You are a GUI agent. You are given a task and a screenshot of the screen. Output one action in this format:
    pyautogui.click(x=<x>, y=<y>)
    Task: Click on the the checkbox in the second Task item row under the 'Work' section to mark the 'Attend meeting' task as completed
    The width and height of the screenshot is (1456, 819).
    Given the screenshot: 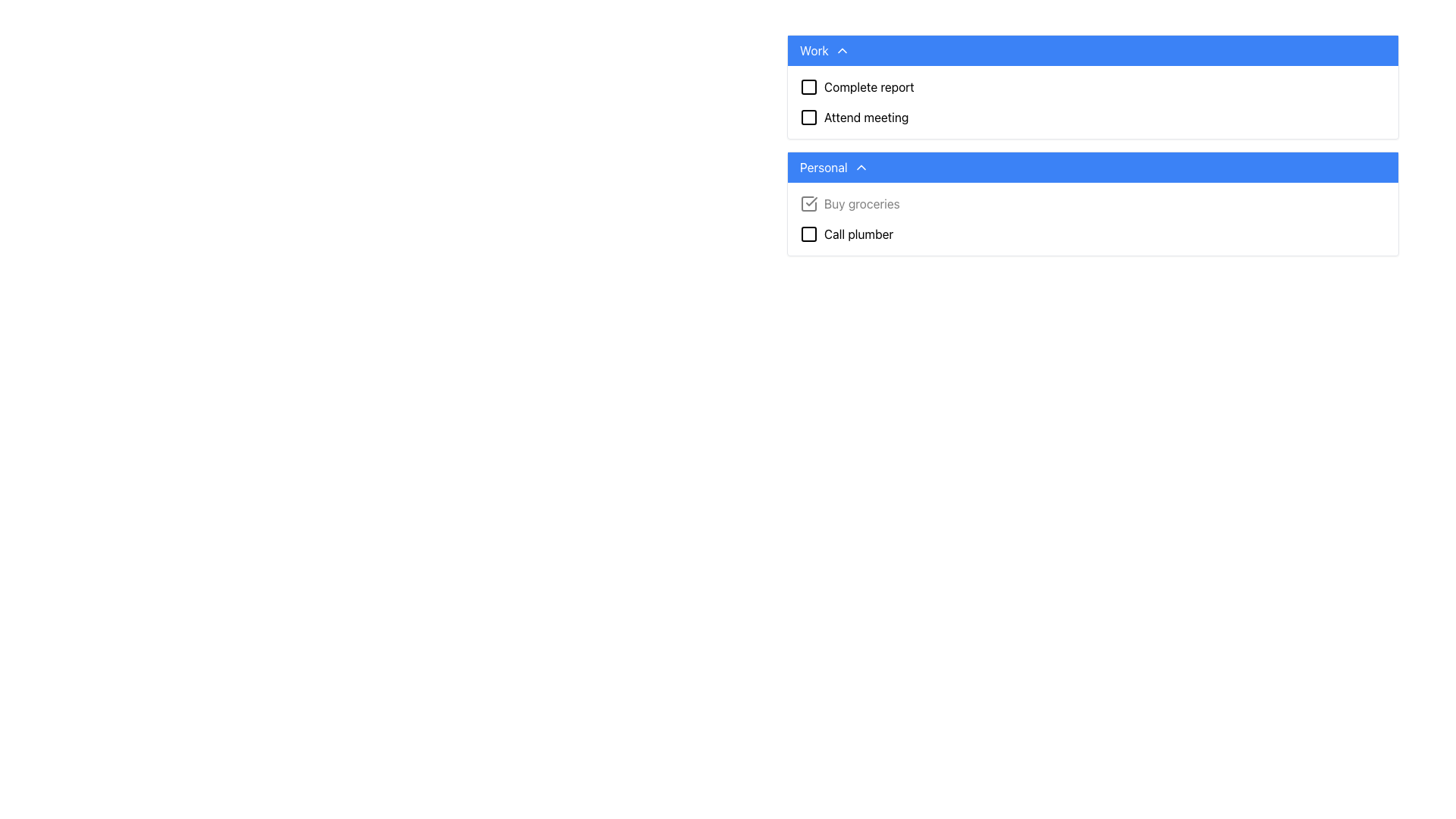 What is the action you would take?
    pyautogui.click(x=1093, y=116)
    